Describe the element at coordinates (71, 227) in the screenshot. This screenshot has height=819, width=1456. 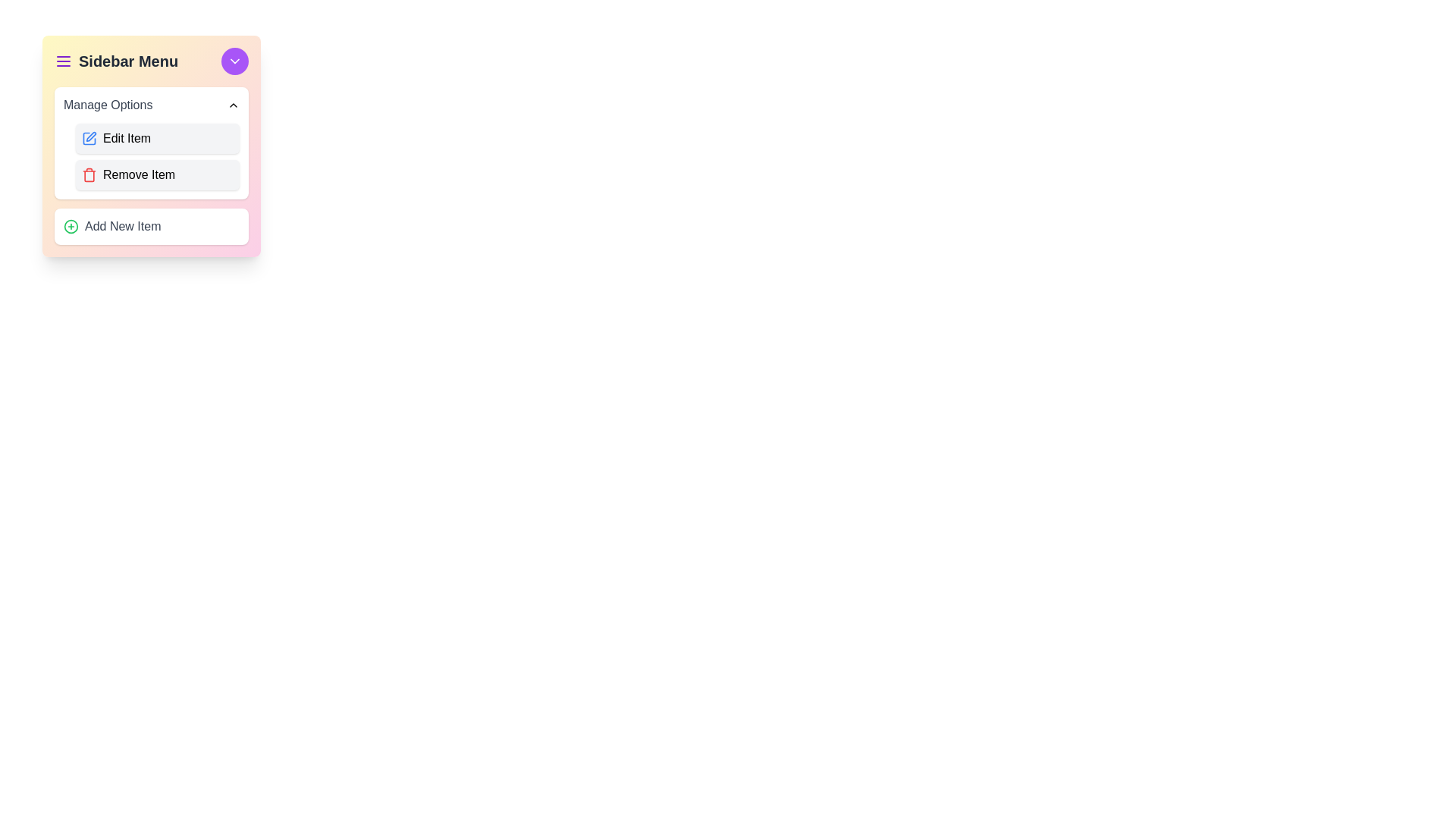
I see `the SVG icon depicting a green plus symbol within a circle, located to the left of the 'Add New Item' text in the 'Manage Options' section of the sidebar menu` at that location.